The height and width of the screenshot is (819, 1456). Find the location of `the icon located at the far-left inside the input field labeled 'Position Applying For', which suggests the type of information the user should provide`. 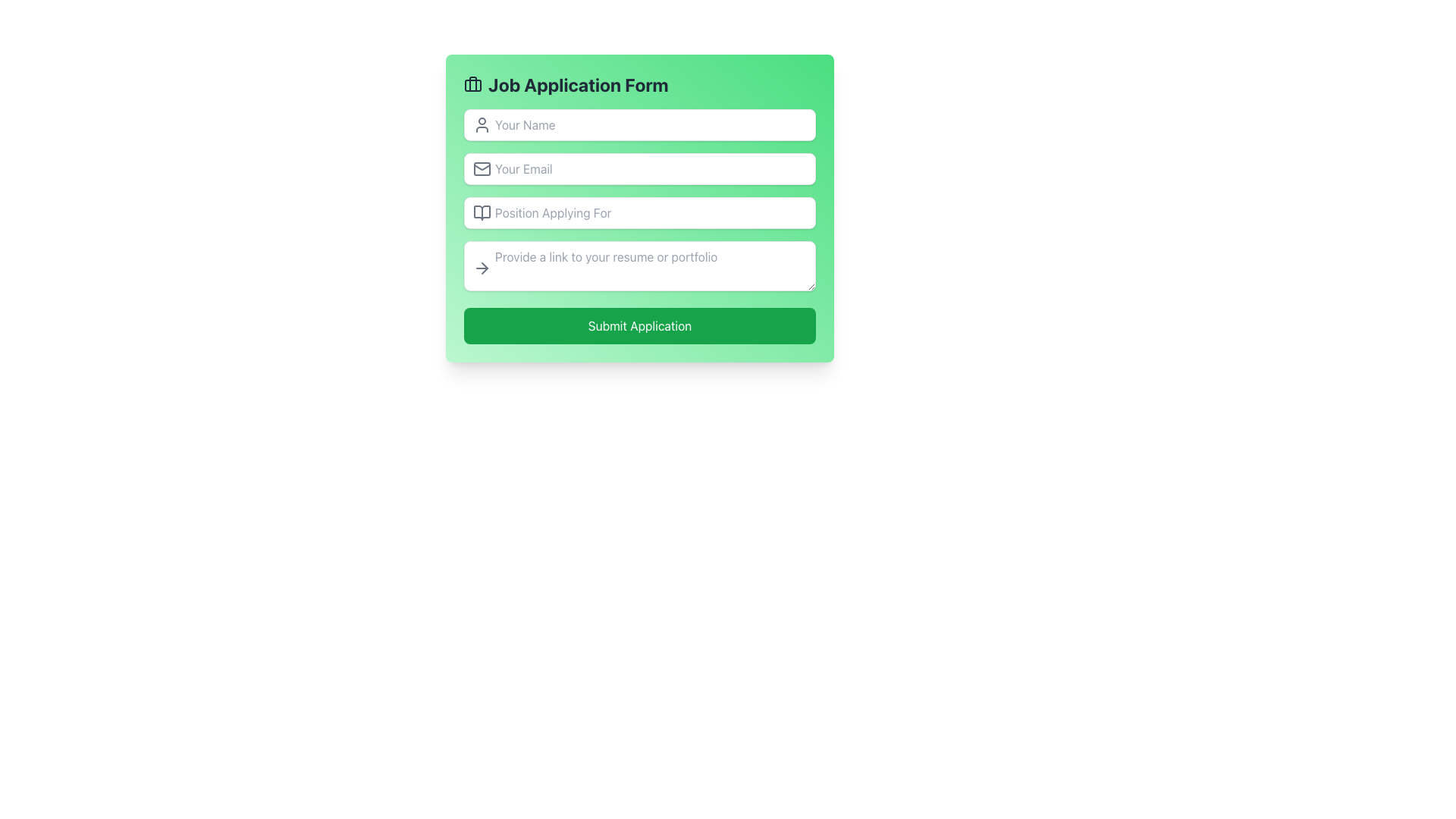

the icon located at the far-left inside the input field labeled 'Position Applying For', which suggests the type of information the user should provide is located at coordinates (481, 213).